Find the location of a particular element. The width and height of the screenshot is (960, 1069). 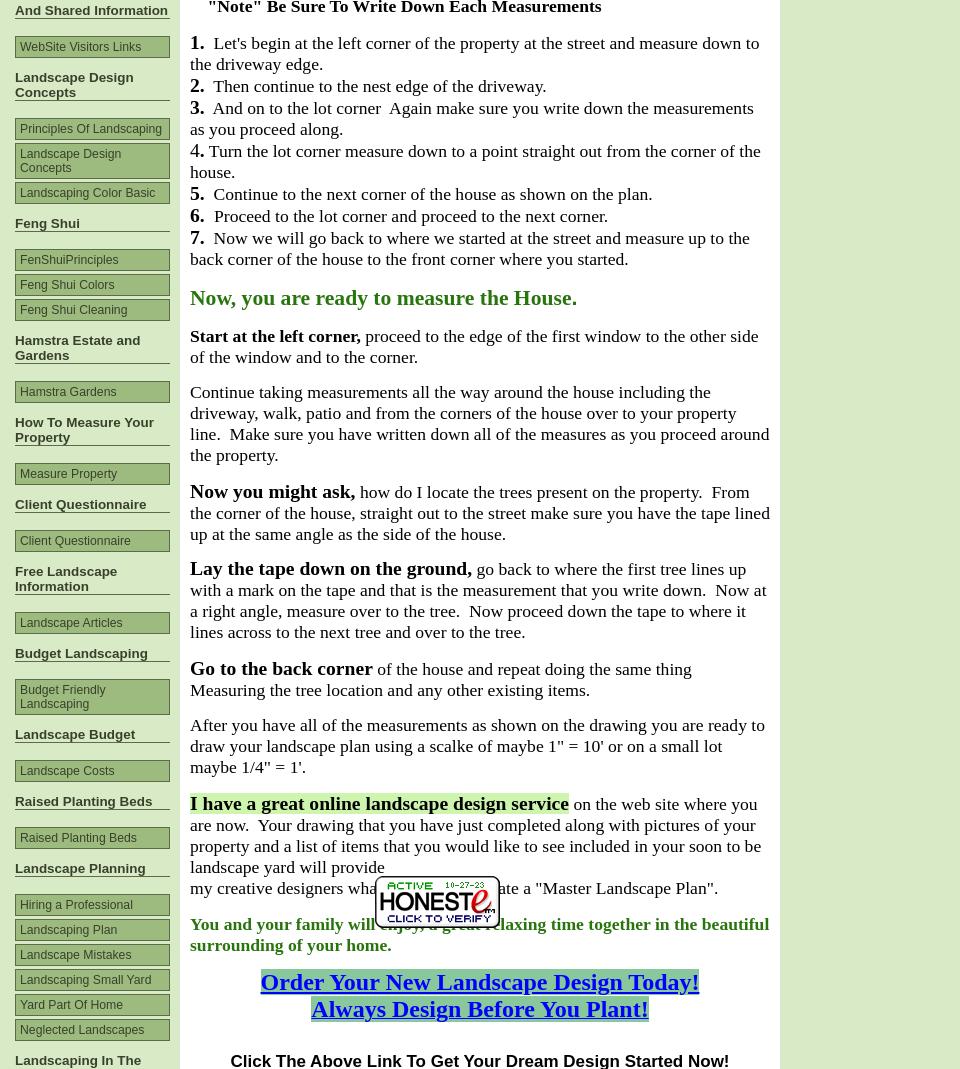

'surrounding of your home.' is located at coordinates (289, 943).